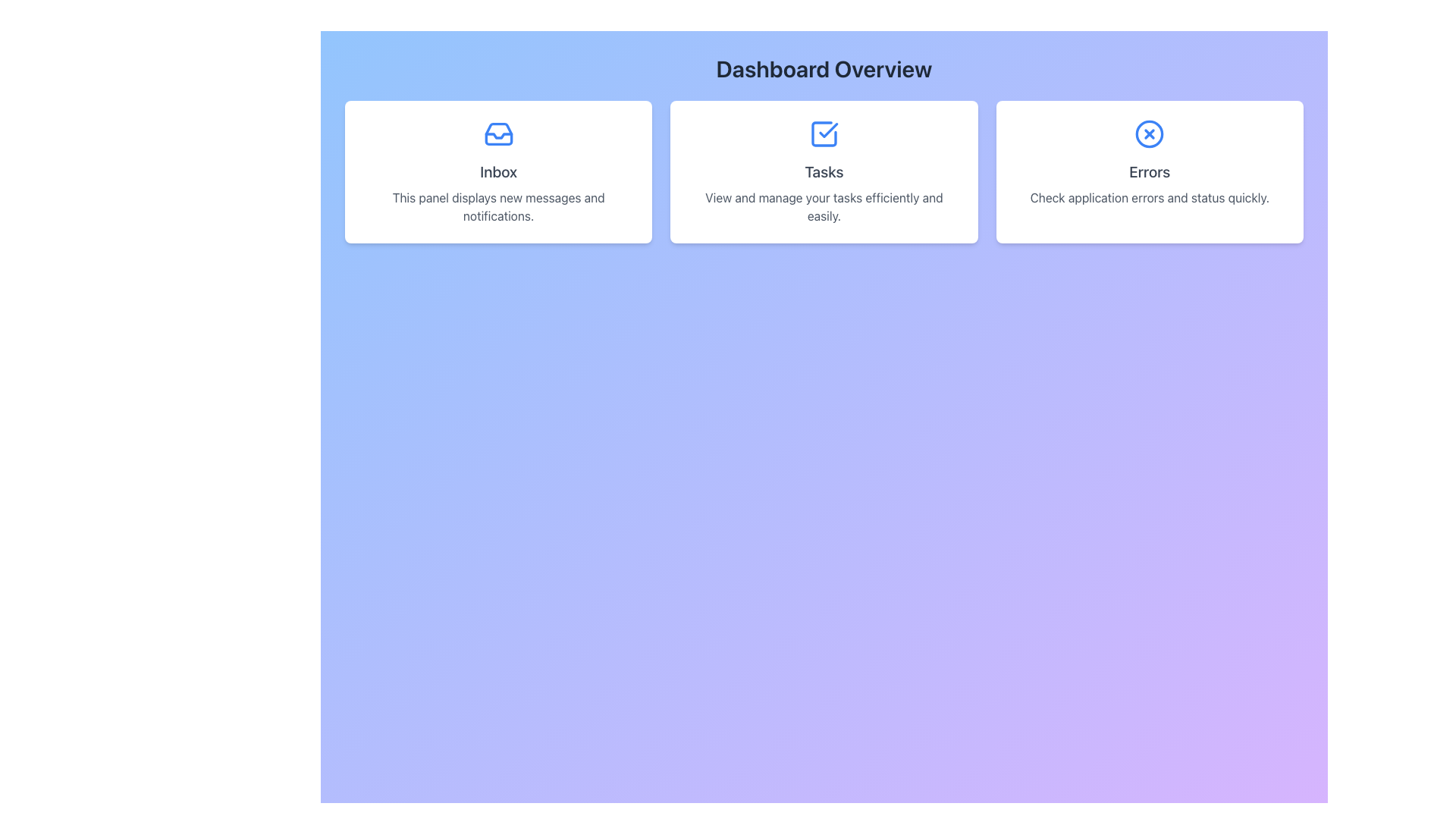  Describe the element at coordinates (823, 171) in the screenshot. I see `the middle task management card in the Dashboard Overview section through keyboard navigation` at that location.